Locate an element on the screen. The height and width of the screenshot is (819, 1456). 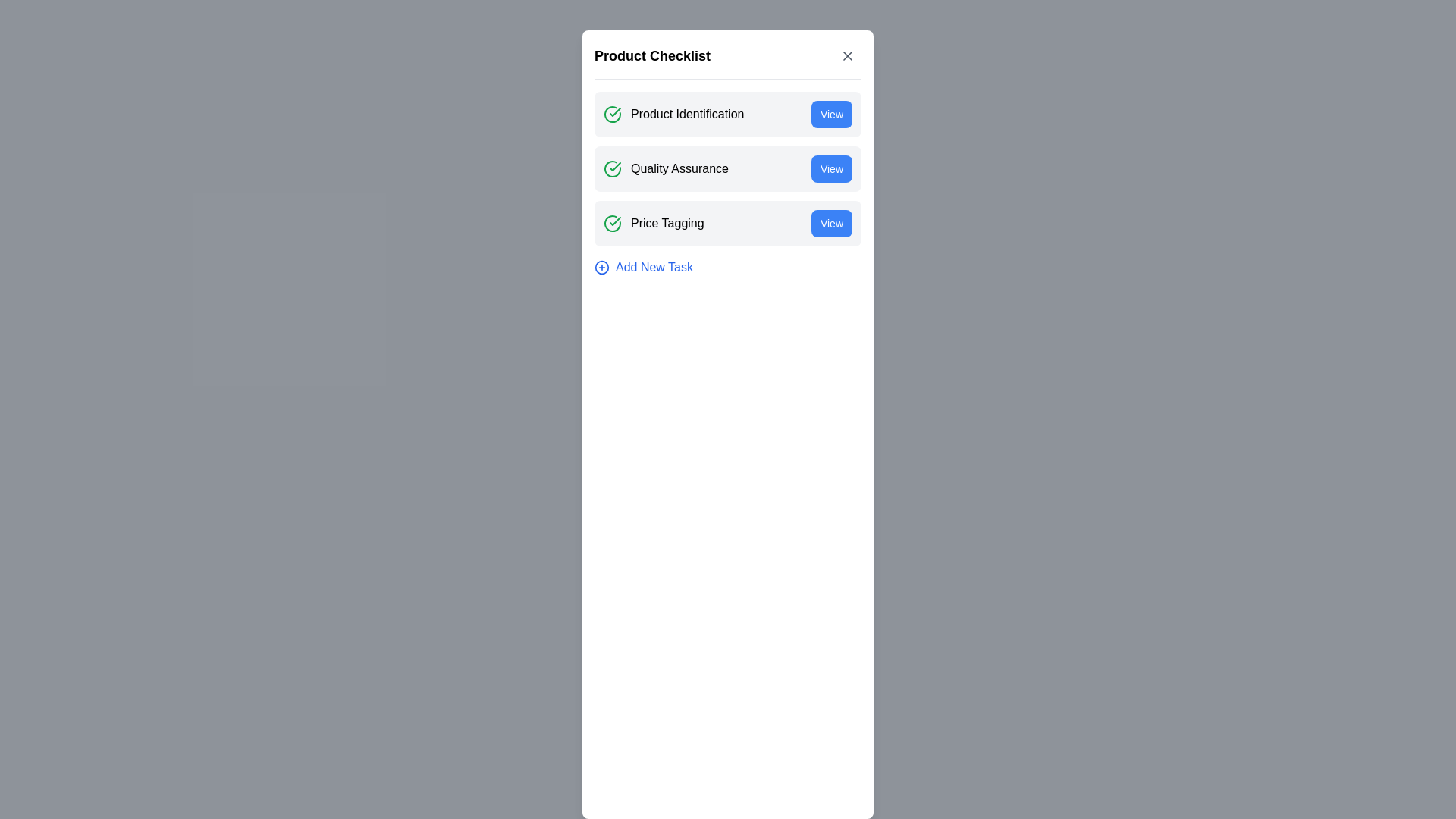
the Interactive Card labeled 'Price Tagging' in the Product Checklist interface is located at coordinates (728, 223).